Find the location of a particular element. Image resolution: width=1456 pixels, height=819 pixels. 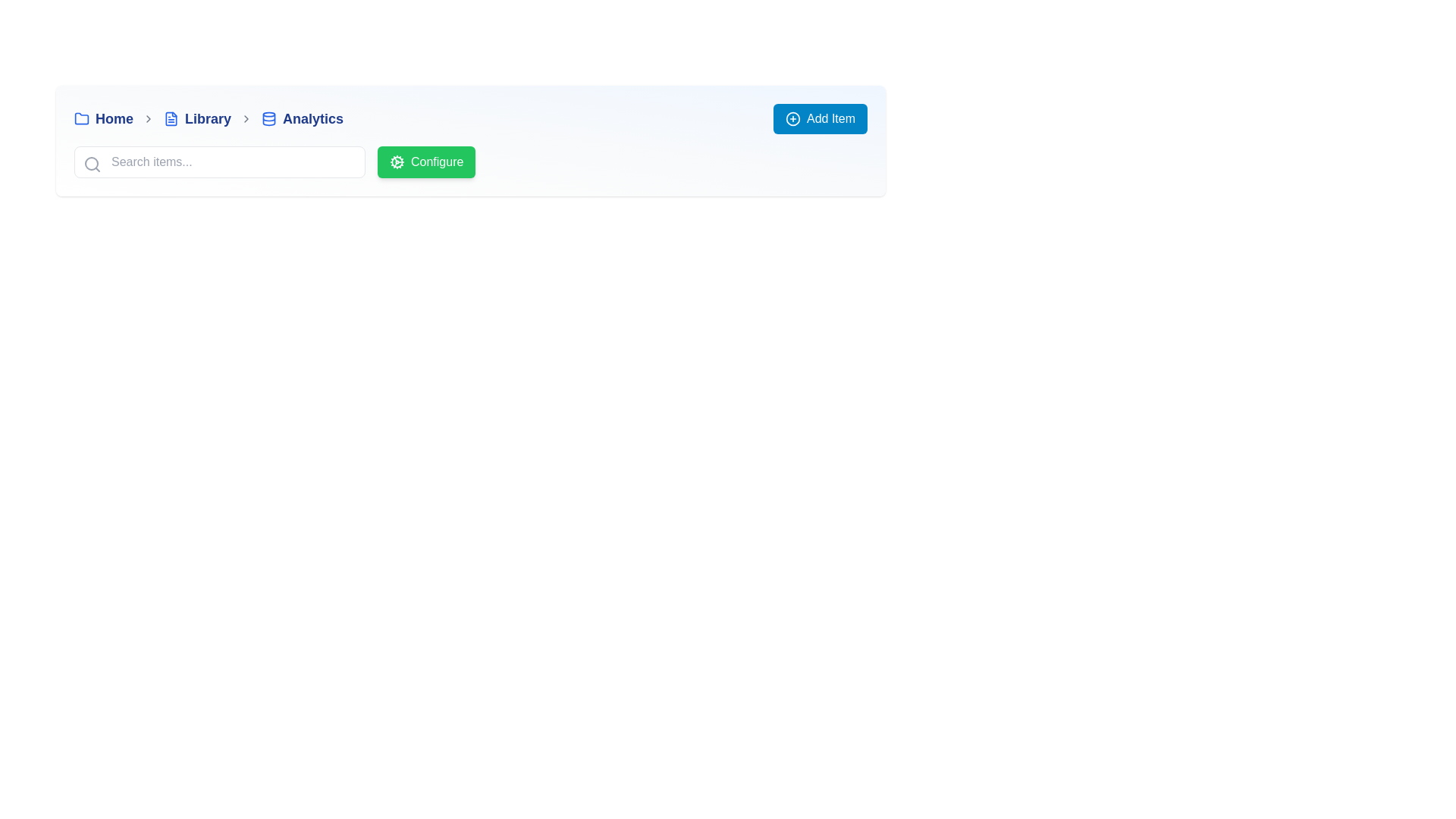

the blue folder icon located in the navigation breadcrumb area before the 'Home' link is located at coordinates (81, 117).